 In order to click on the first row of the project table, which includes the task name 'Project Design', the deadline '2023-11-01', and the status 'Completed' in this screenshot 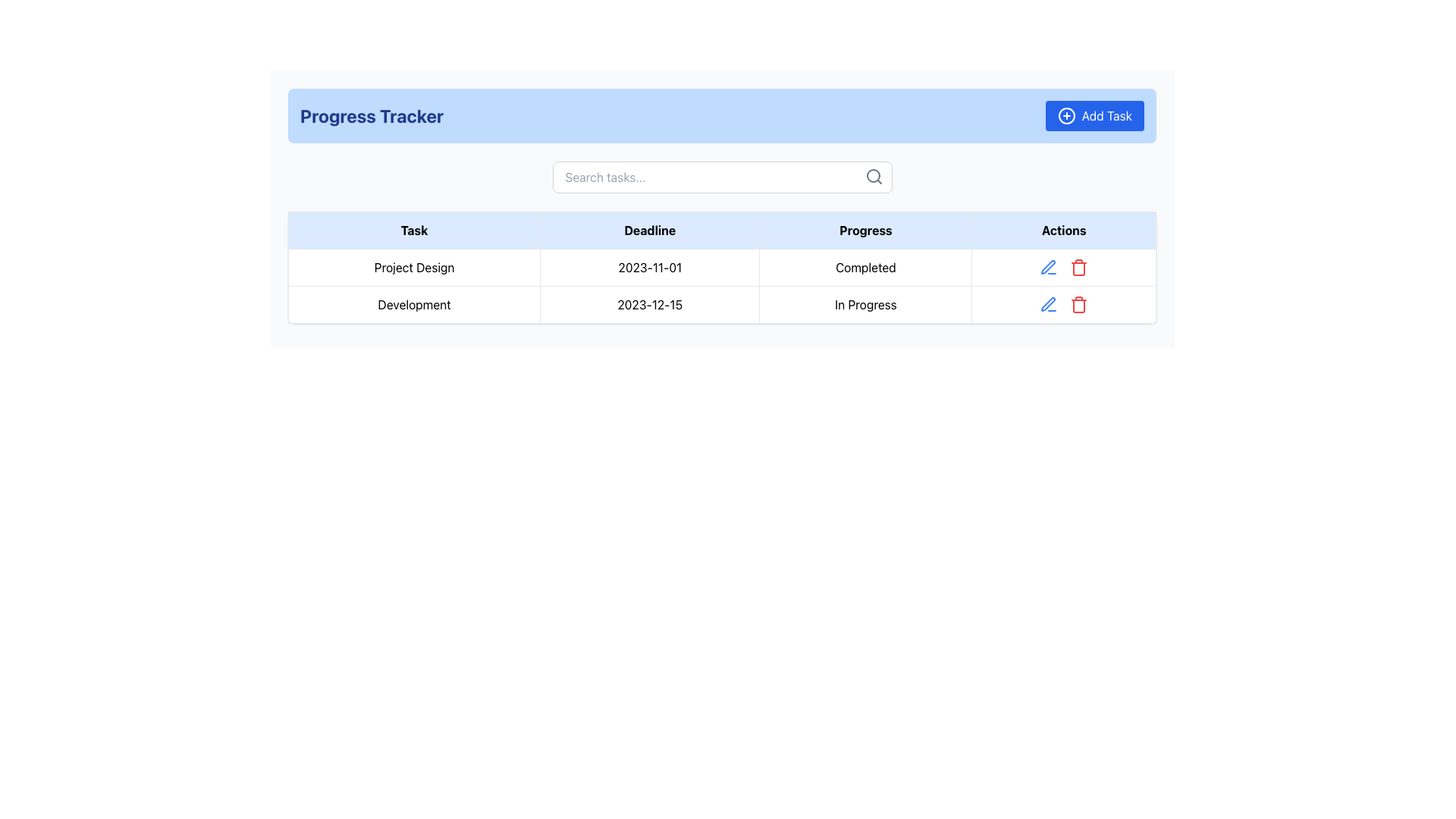, I will do `click(721, 267)`.